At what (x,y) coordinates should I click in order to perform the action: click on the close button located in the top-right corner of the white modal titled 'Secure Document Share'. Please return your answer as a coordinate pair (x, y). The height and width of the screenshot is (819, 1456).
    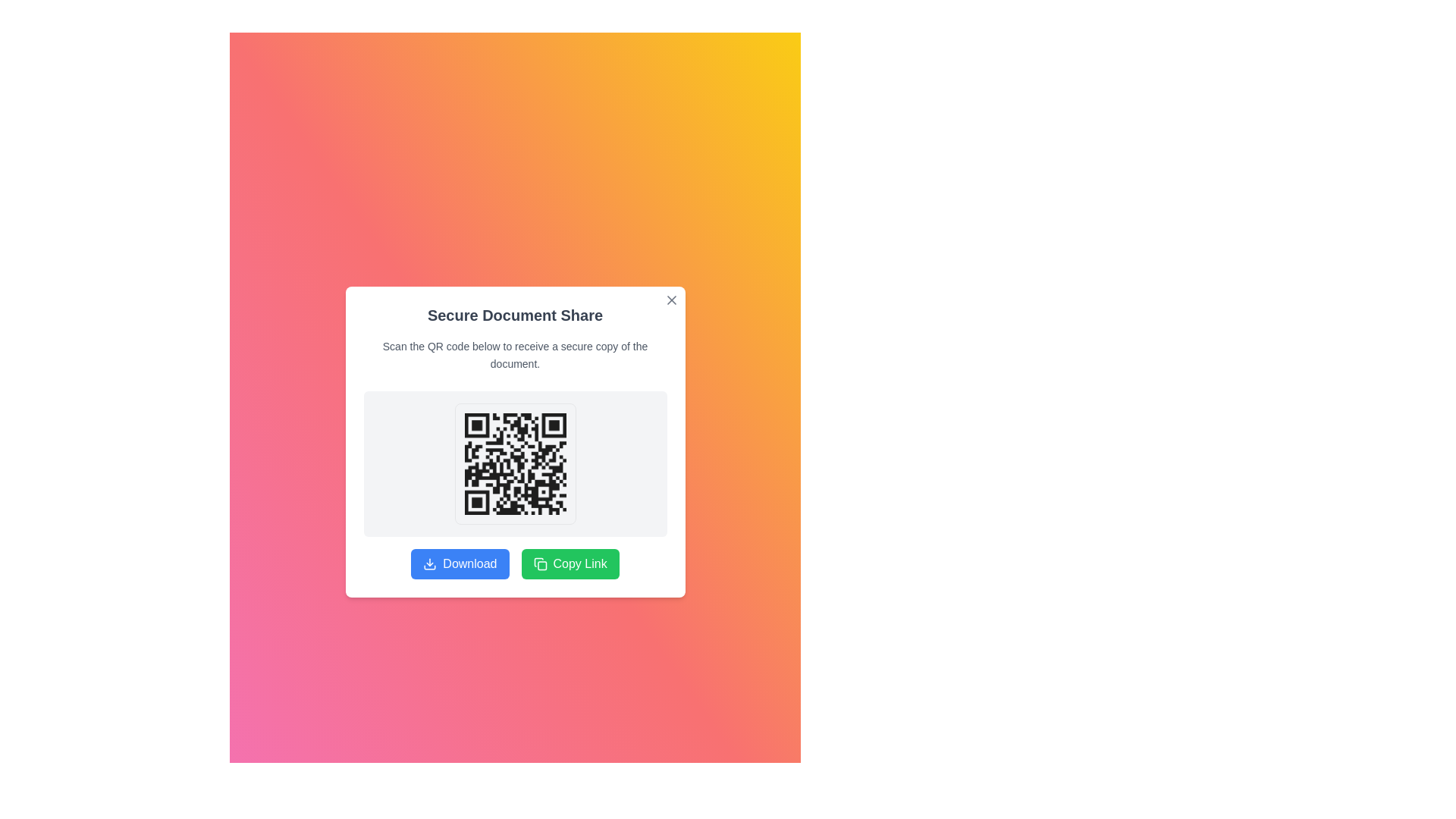
    Looking at the image, I should click on (670, 300).